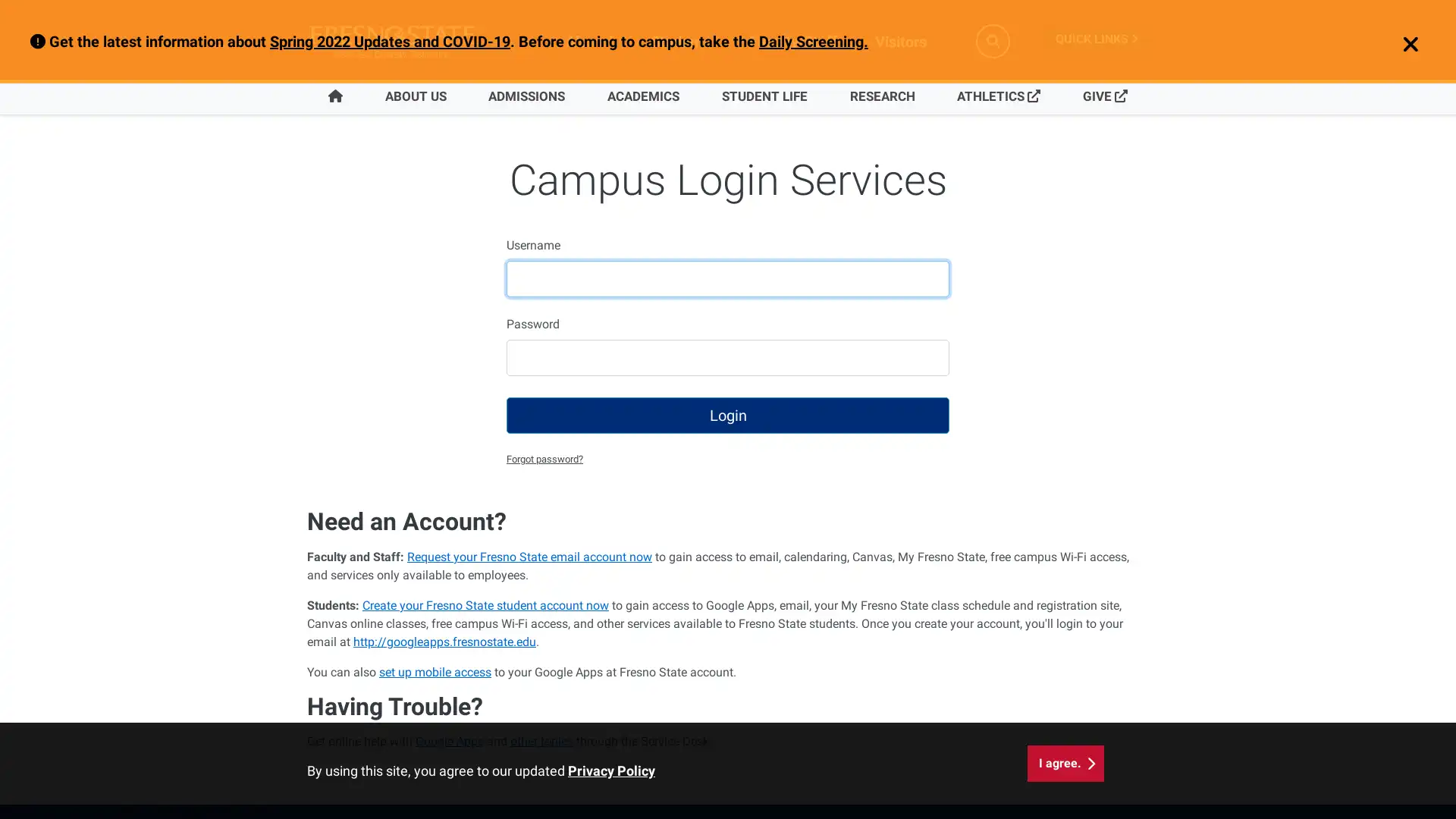 The width and height of the screenshot is (1456, 819). What do you see at coordinates (1401, 45) in the screenshot?
I see `Close` at bounding box center [1401, 45].